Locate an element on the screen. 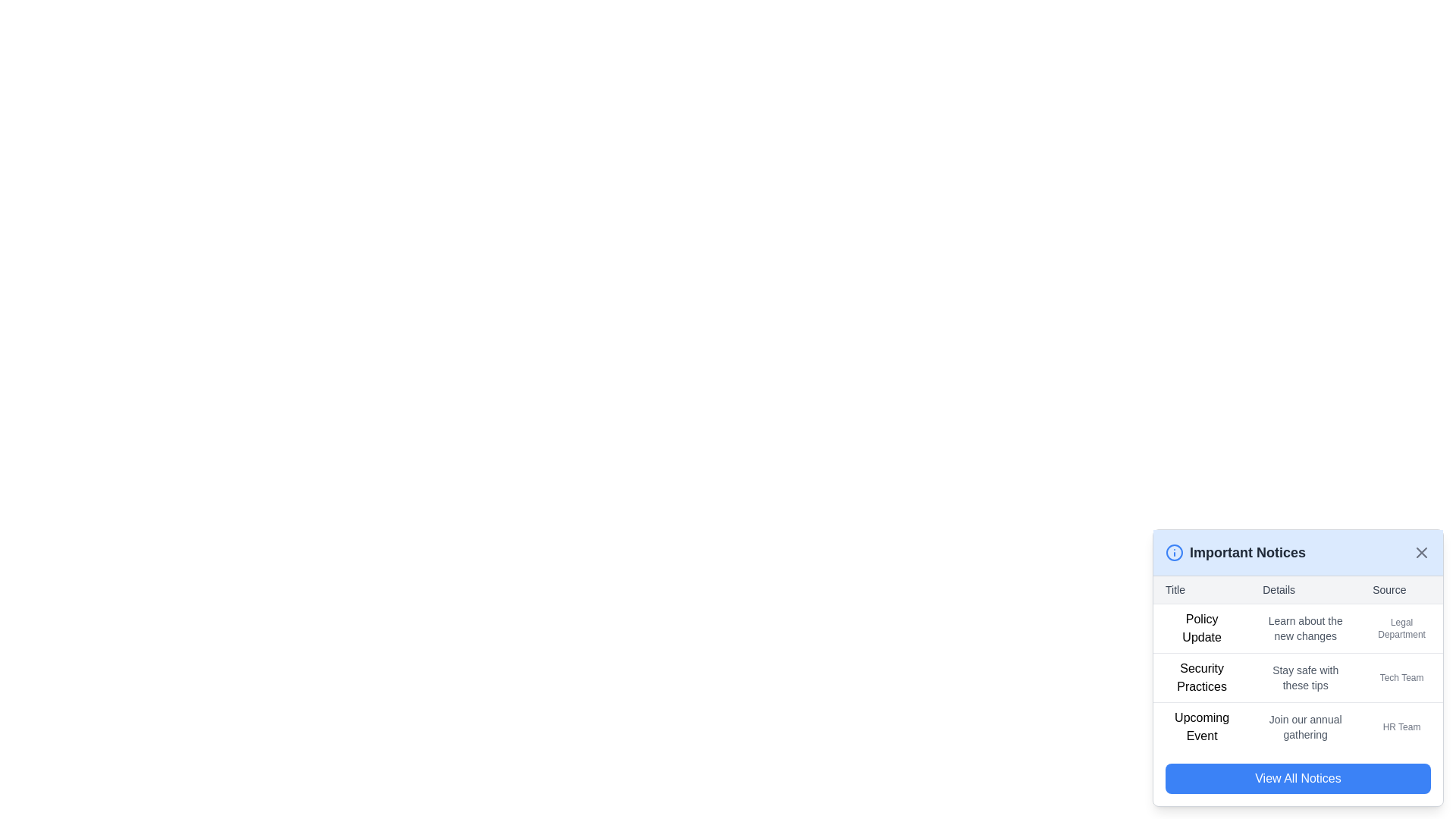  the SVG Icon that indicates the importance of the notices listed in the section, located to the far left of the 'Important Notices' header section, slightly above other textual content is located at coordinates (1174, 553).